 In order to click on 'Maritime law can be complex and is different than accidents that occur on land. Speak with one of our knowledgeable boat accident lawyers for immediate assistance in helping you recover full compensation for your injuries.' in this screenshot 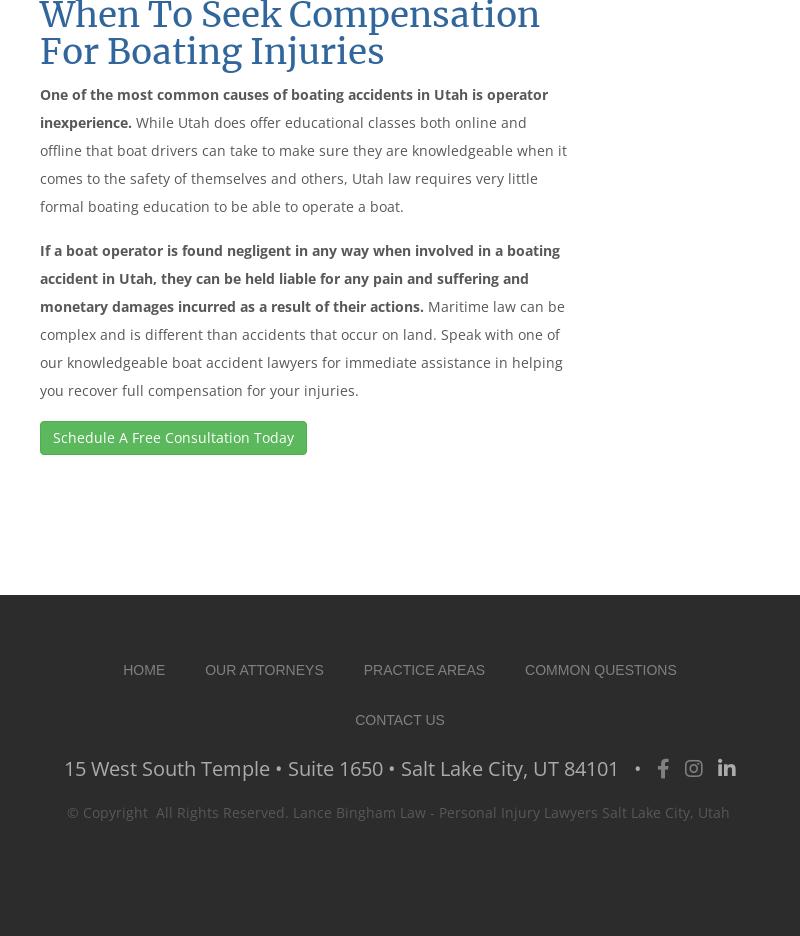, I will do `click(301, 346)`.